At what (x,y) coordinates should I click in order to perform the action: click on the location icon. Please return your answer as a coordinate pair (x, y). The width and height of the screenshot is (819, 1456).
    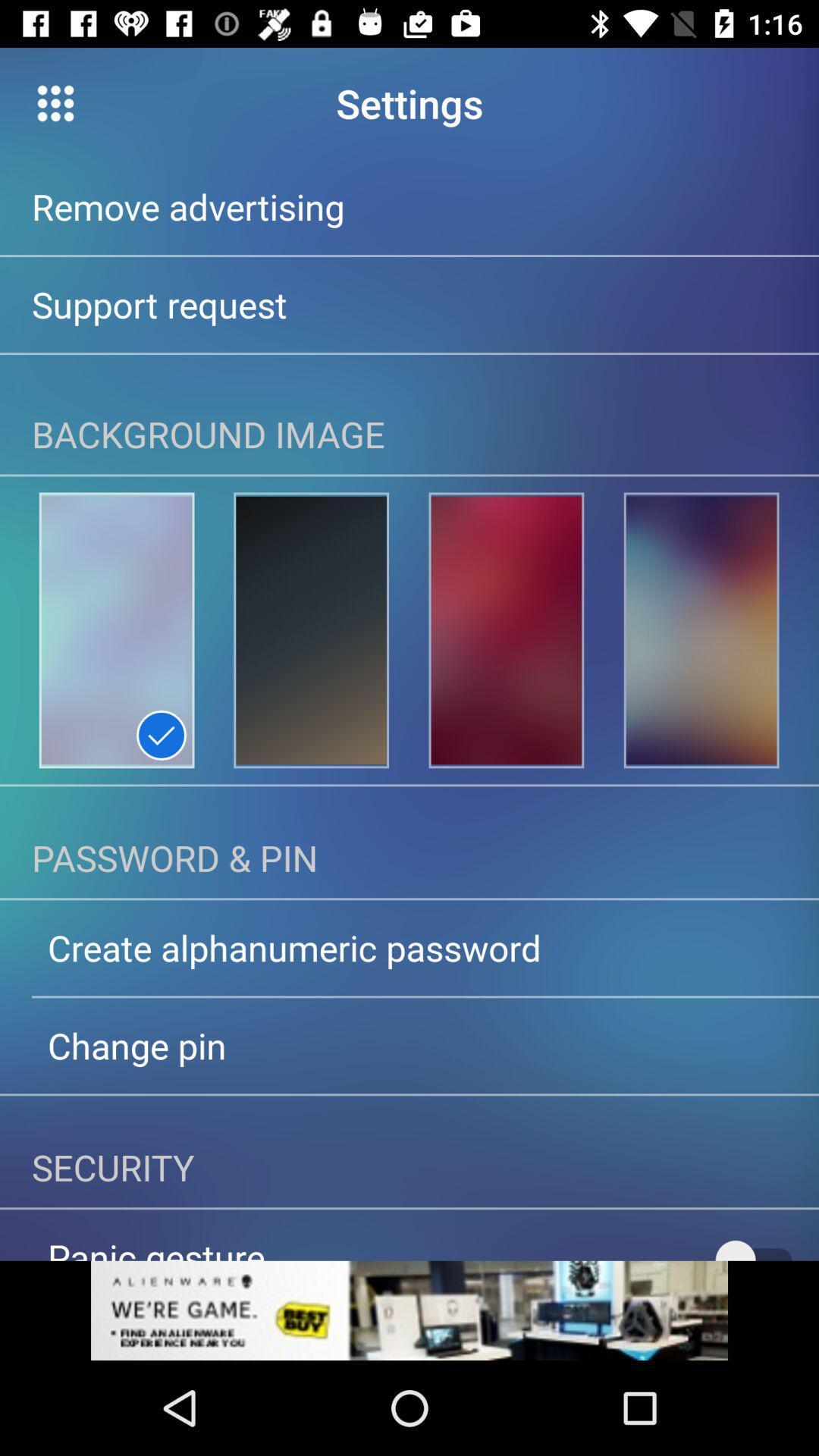
    Looking at the image, I should click on (310, 630).